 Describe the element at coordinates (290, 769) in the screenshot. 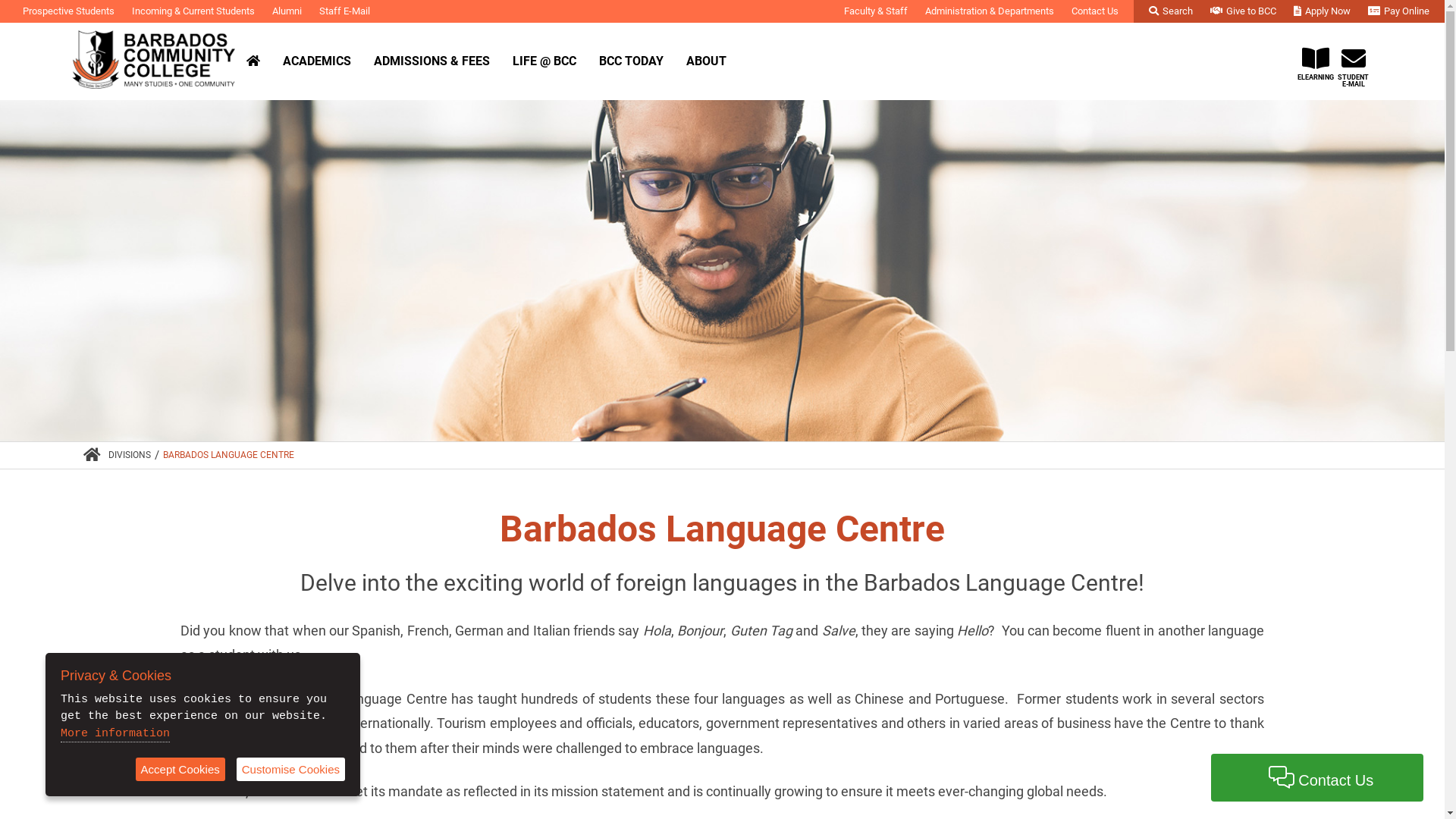

I see `'Customise Cookies'` at that location.